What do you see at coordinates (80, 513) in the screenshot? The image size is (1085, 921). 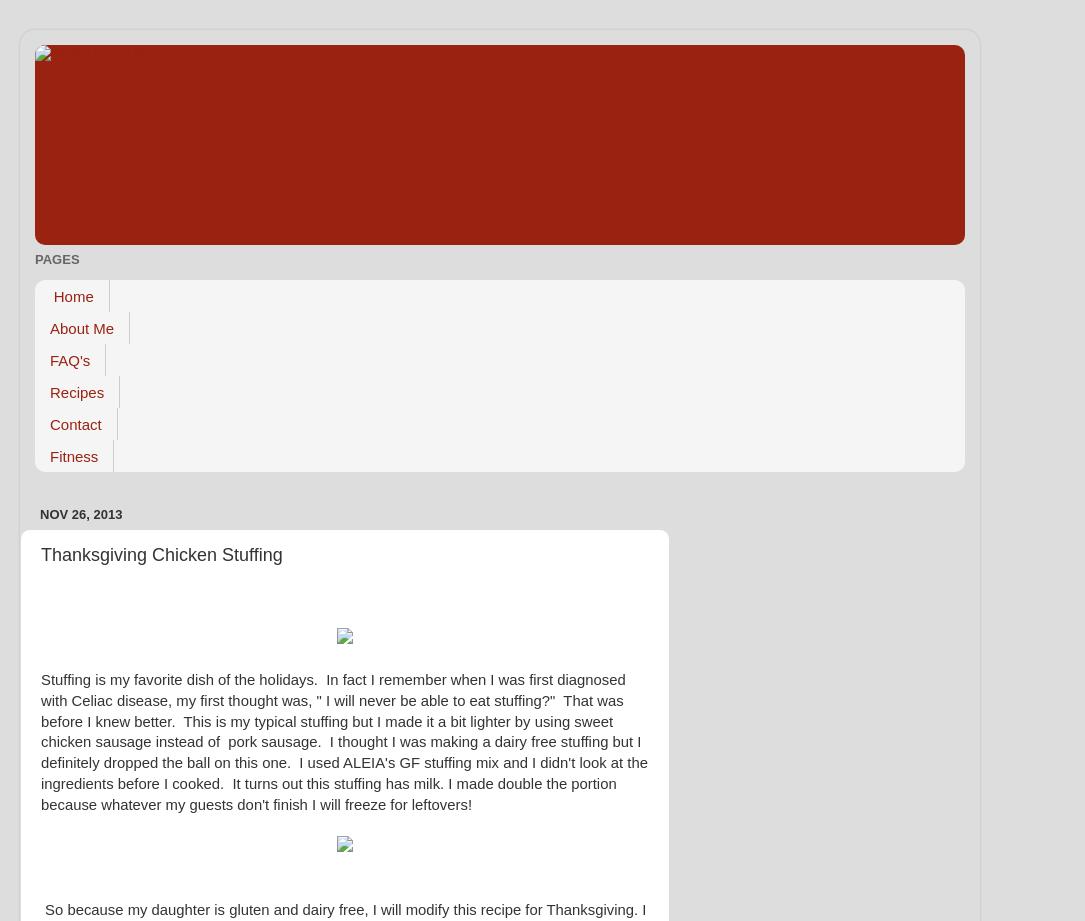 I see `'Nov 26, 2013'` at bounding box center [80, 513].